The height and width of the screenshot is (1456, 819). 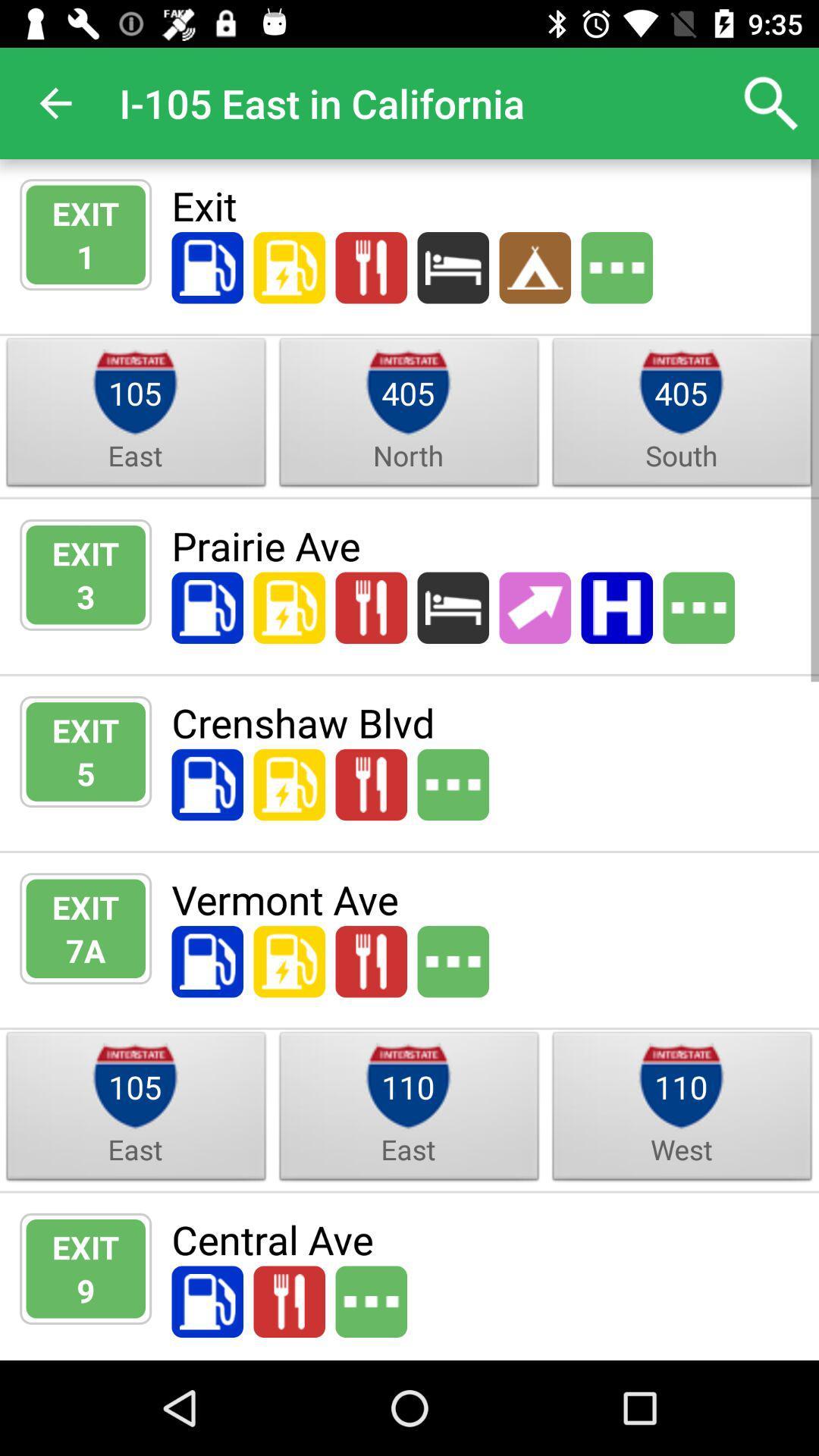 What do you see at coordinates (55, 102) in the screenshot?
I see `icon to the left of i 105 east icon` at bounding box center [55, 102].